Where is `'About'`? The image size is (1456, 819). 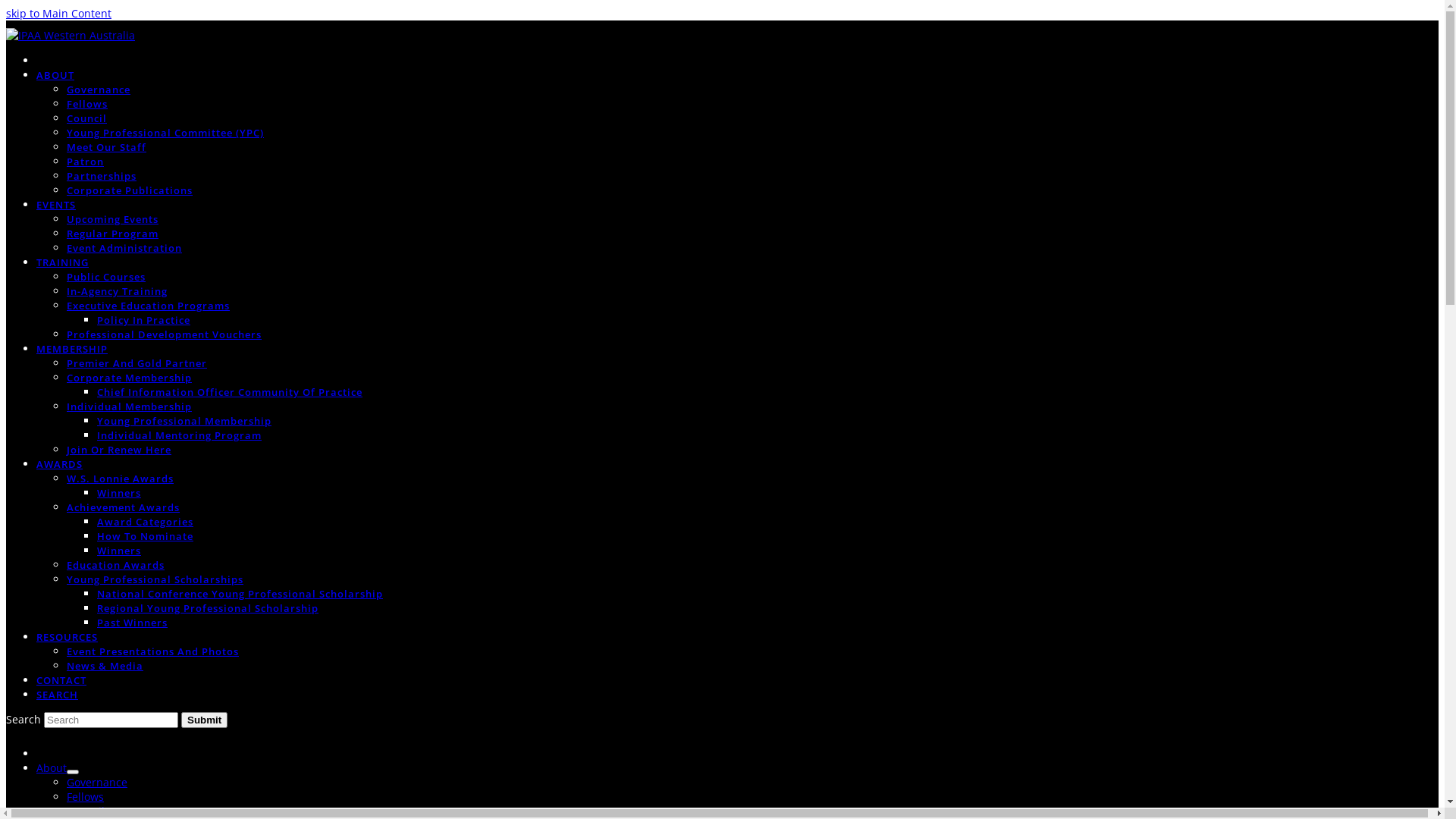
'About' is located at coordinates (51, 767).